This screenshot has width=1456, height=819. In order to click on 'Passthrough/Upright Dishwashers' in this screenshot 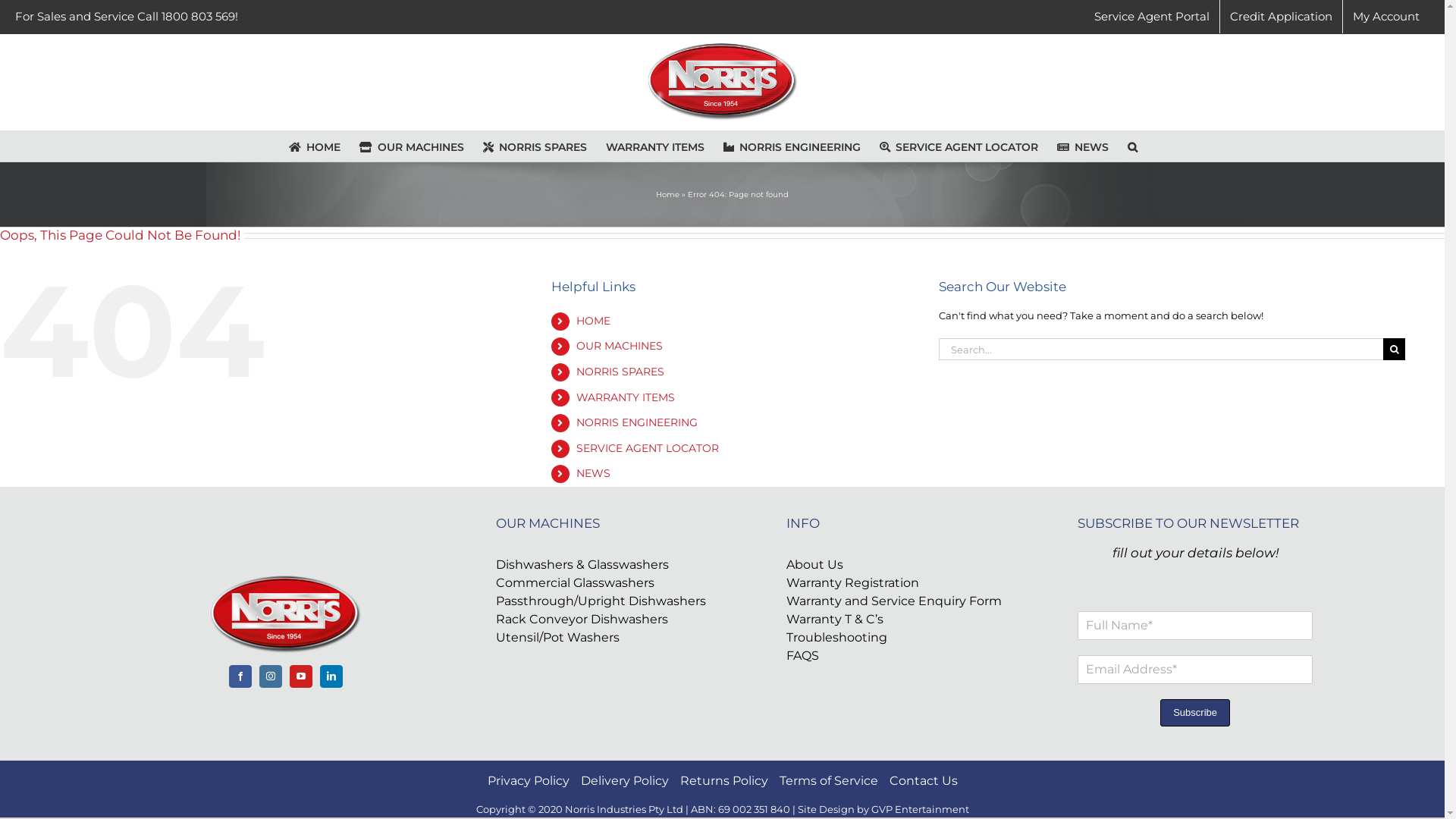, I will do `click(613, 601)`.